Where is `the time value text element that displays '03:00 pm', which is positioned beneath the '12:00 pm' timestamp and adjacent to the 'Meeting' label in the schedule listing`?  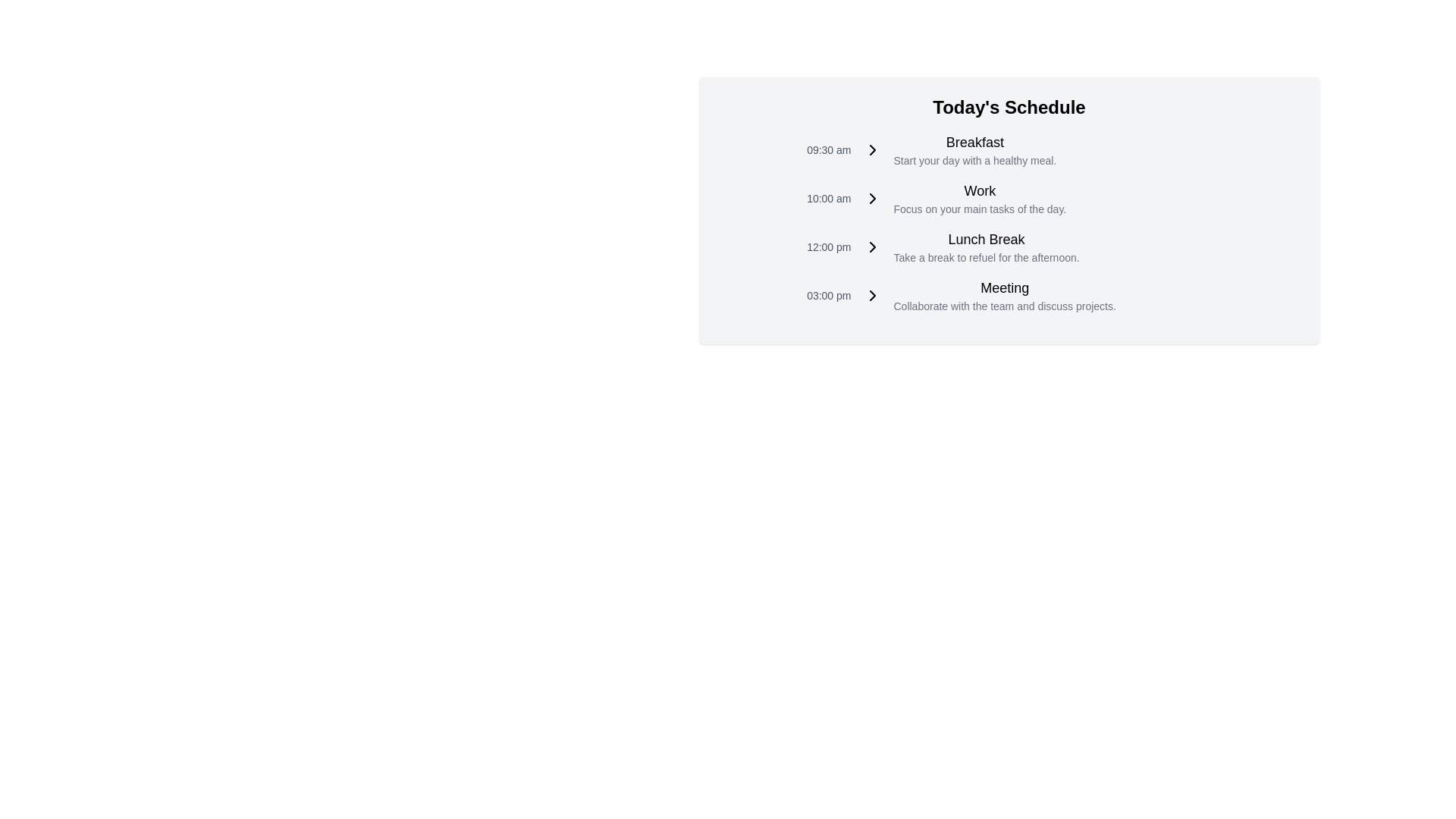
the time value text element that displays '03:00 pm', which is positioned beneath the '12:00 pm' timestamp and adjacent to the 'Meeting' label in the schedule listing is located at coordinates (828, 295).